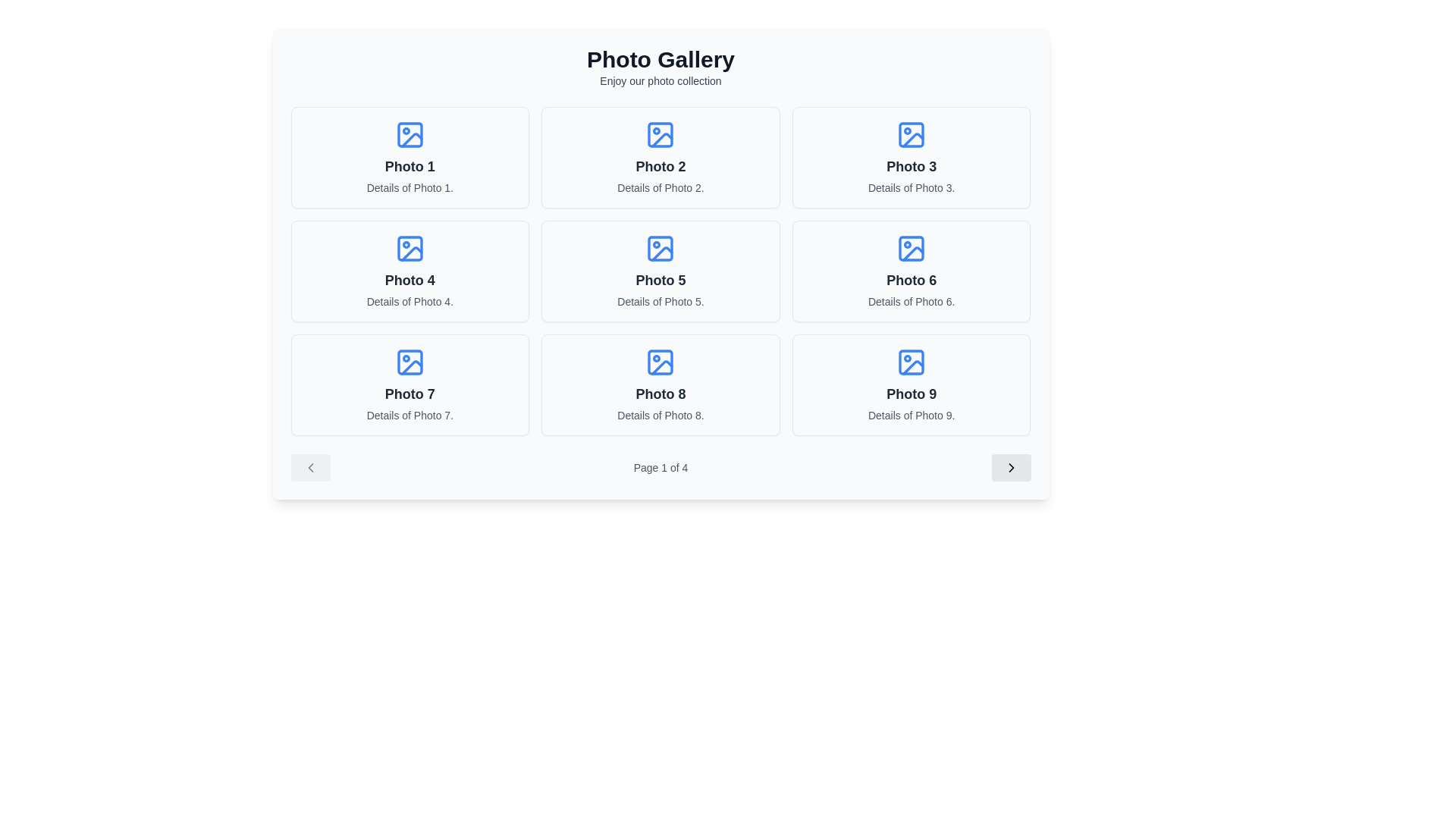 Image resolution: width=1456 pixels, height=819 pixels. I want to click on the blue-colored background graphic for the icon located in the Photo 5 section in the center row of the interface, which is between Photo 4 and Photo 6, so click(661, 247).